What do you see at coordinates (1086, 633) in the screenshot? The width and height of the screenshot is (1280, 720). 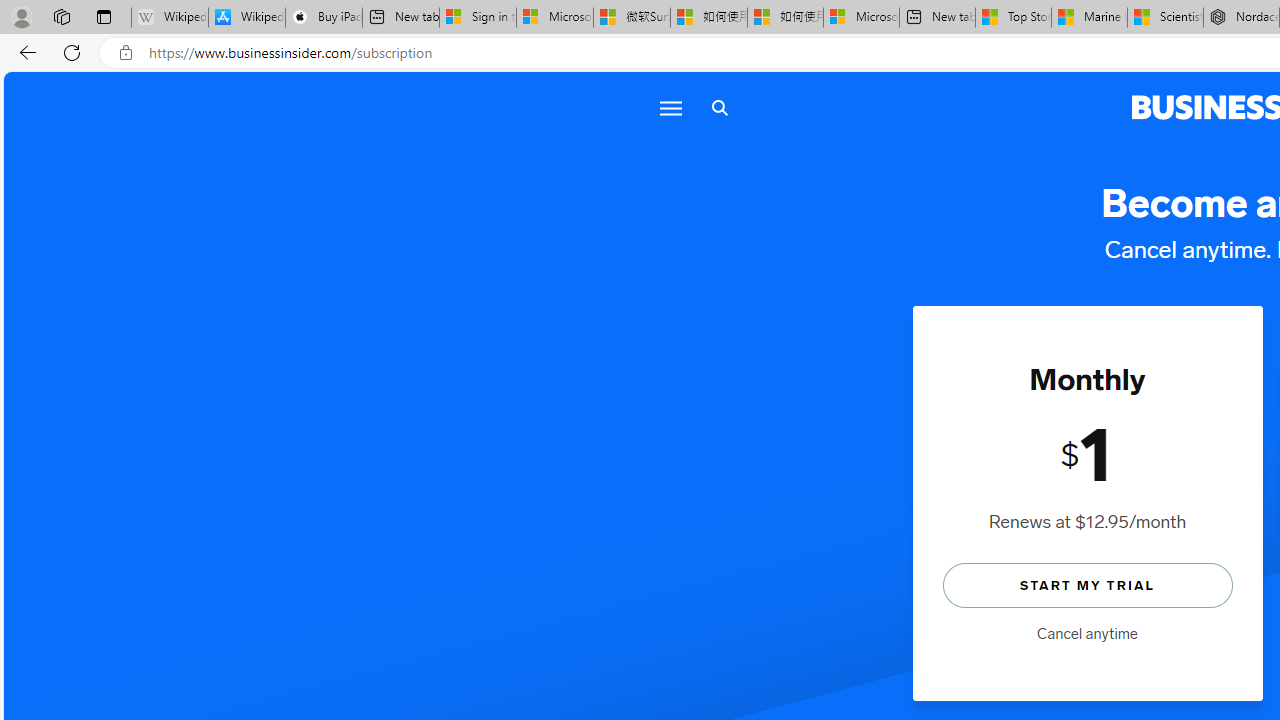 I see `'Cancel anytime'` at bounding box center [1086, 633].